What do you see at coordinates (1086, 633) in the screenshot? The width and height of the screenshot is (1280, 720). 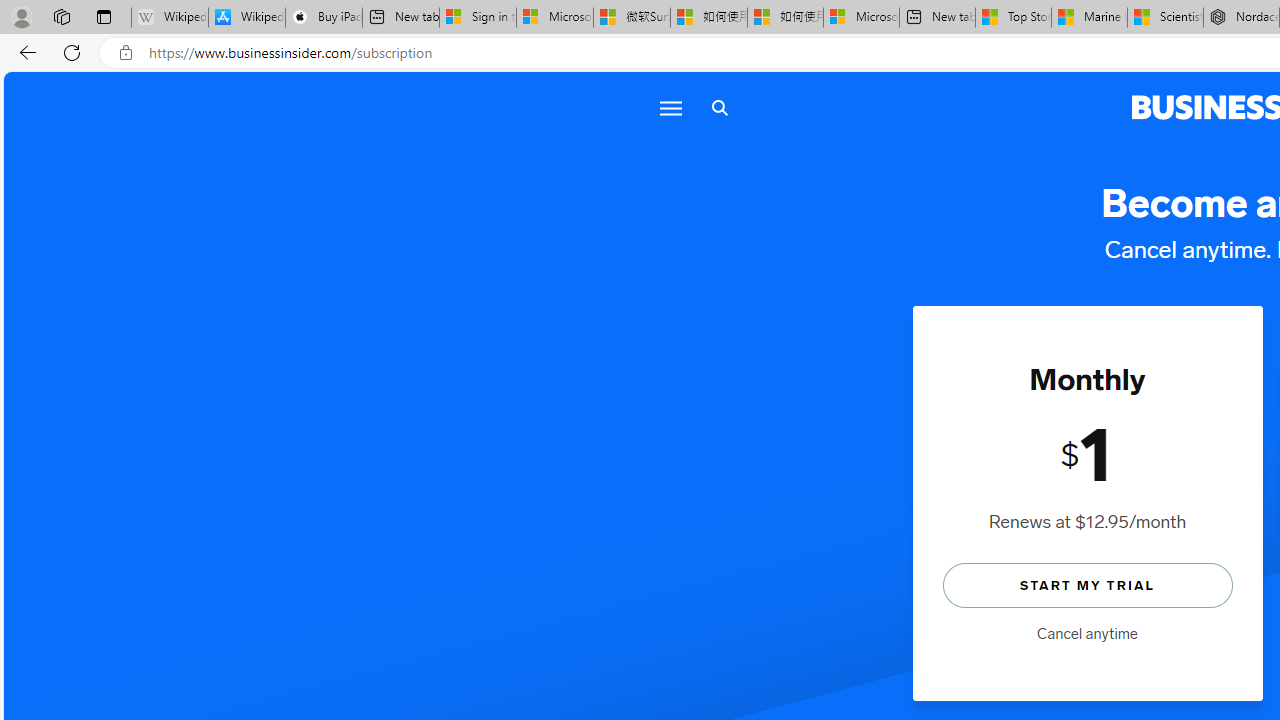 I see `'Cancel anytime'` at bounding box center [1086, 633].